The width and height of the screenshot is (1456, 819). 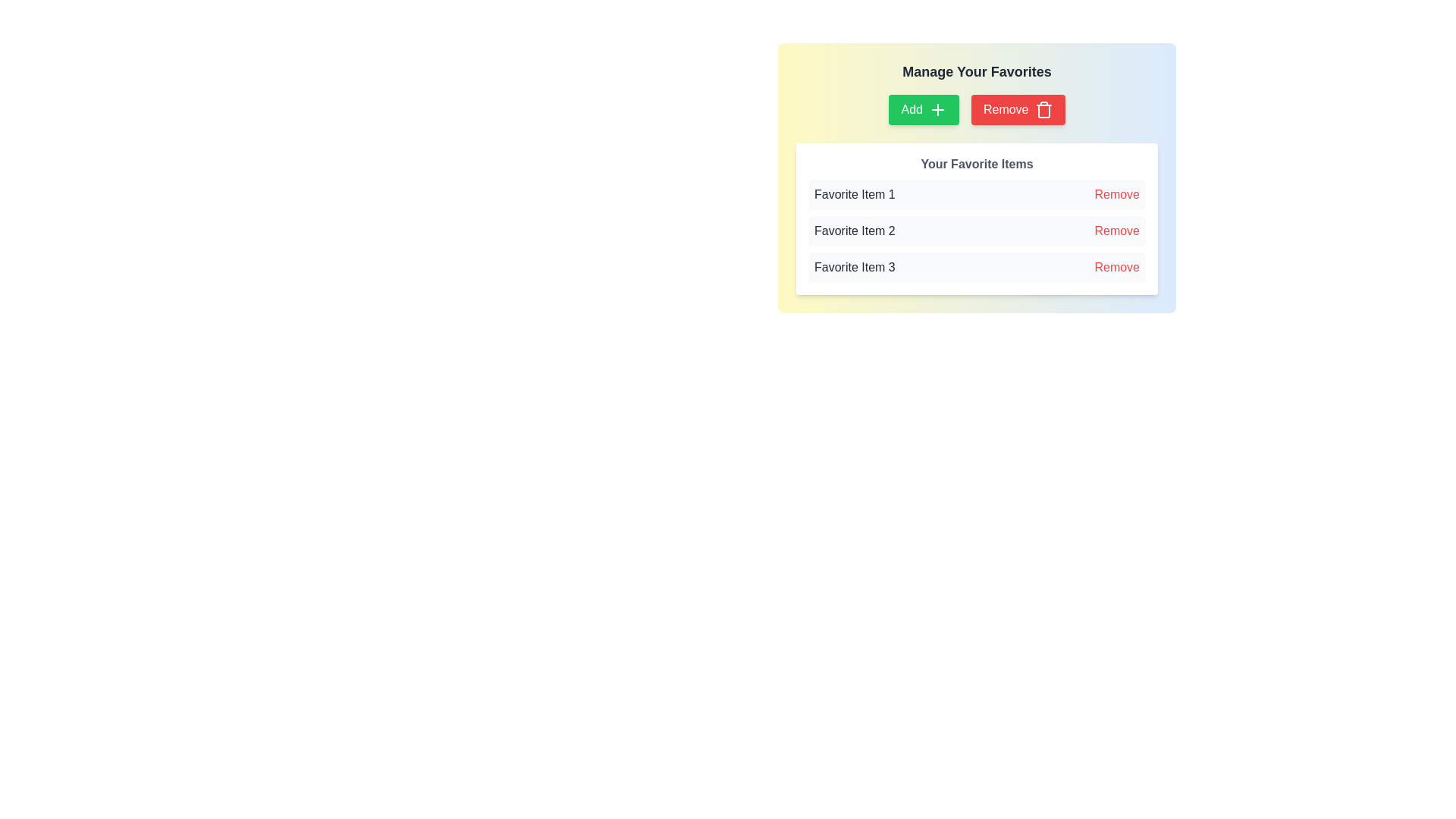 What do you see at coordinates (1043, 109) in the screenshot?
I see `the trash bin icon, which is part of the 'Remove' button located at the upper right section of the interface, adjacent to the 'Add' button` at bounding box center [1043, 109].